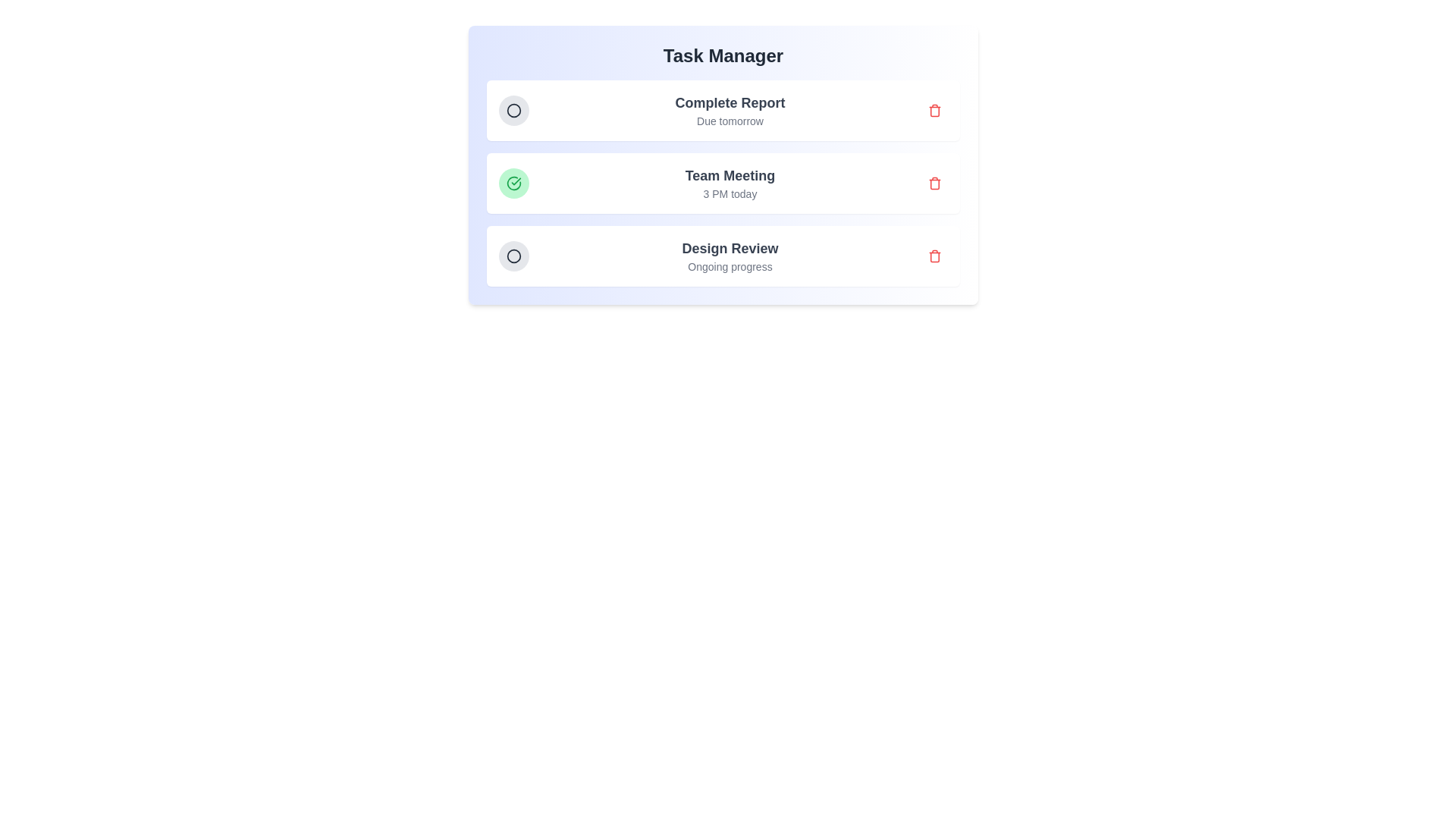 The width and height of the screenshot is (1456, 819). Describe the element at coordinates (723, 55) in the screenshot. I see `the 'Task Manager' title text label, which is prominently displayed in bold and large font at the top of the card-like interface` at that location.